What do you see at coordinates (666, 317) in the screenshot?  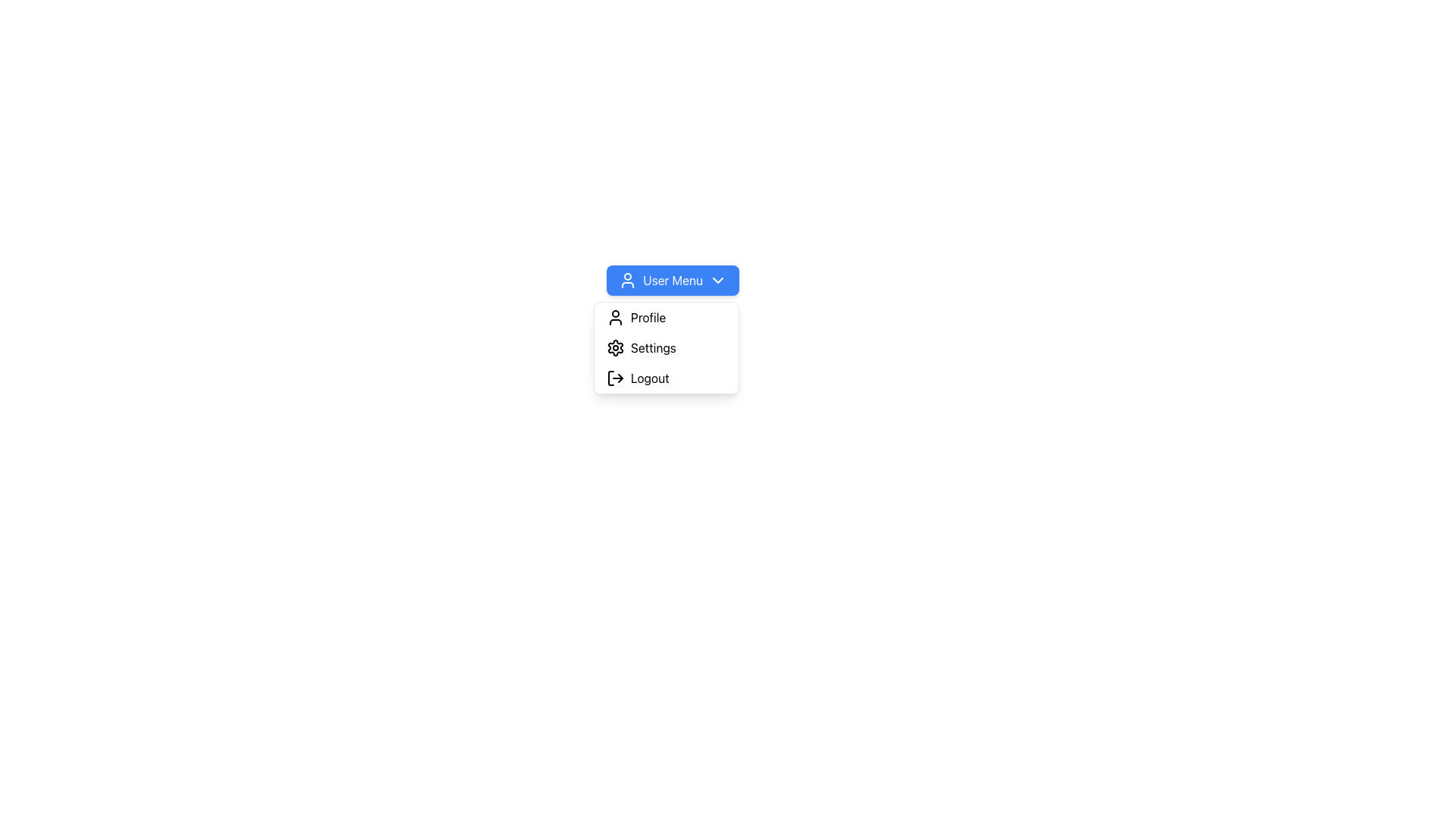 I see `the first item in the user menu dropdown list, which is the Profile option` at bounding box center [666, 317].